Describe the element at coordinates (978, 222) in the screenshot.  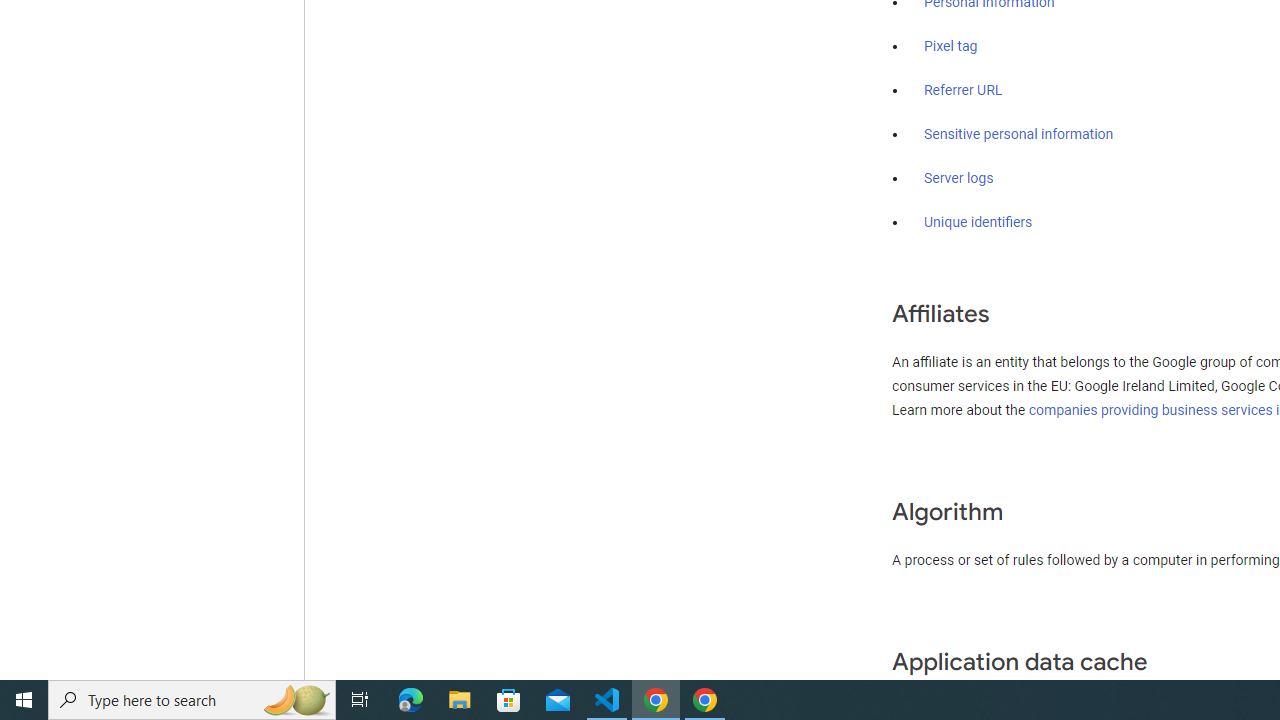
I see `'Unique identifiers'` at that location.